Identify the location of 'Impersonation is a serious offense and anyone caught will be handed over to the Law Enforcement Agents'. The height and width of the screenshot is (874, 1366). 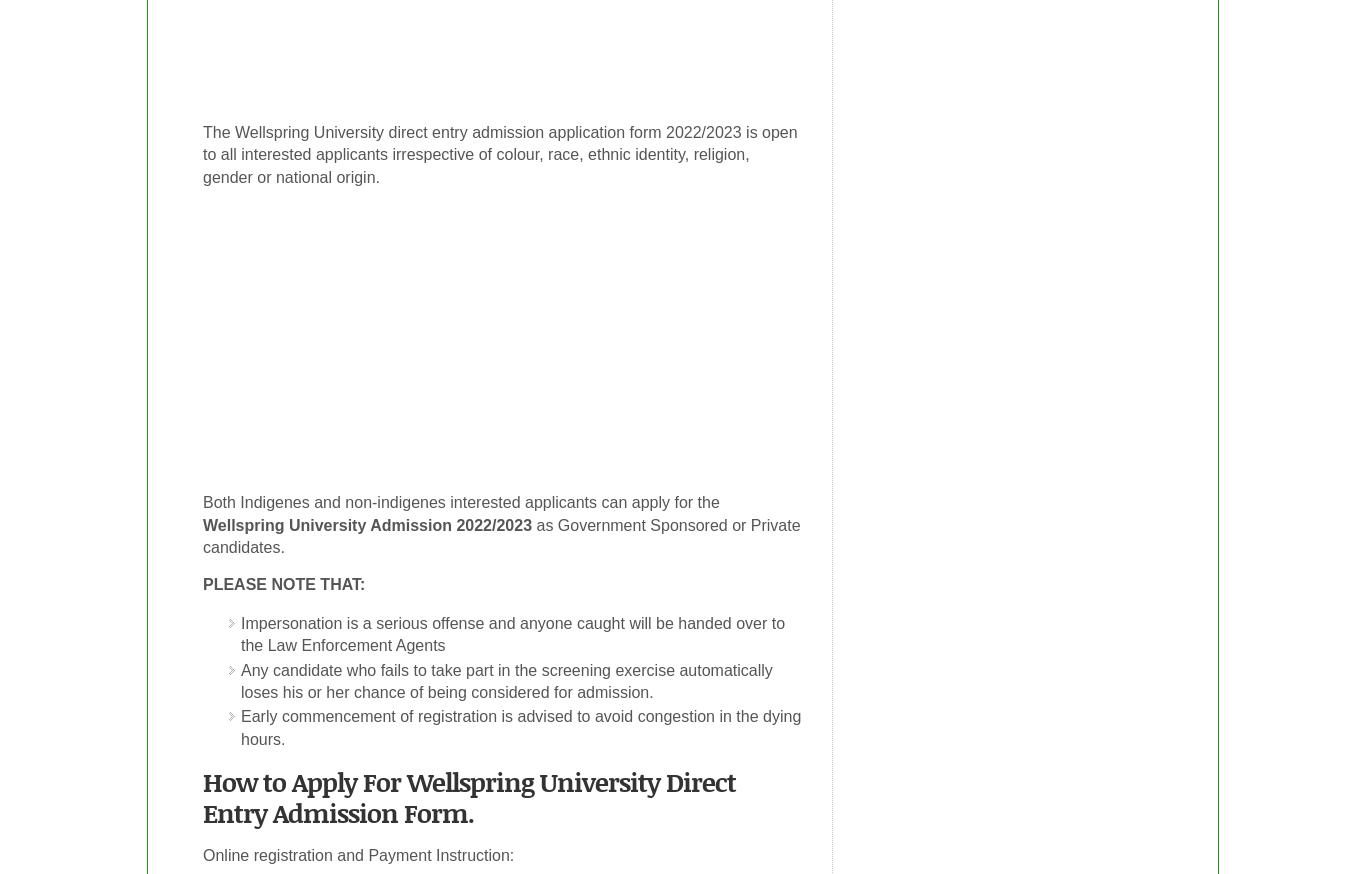
(512, 632).